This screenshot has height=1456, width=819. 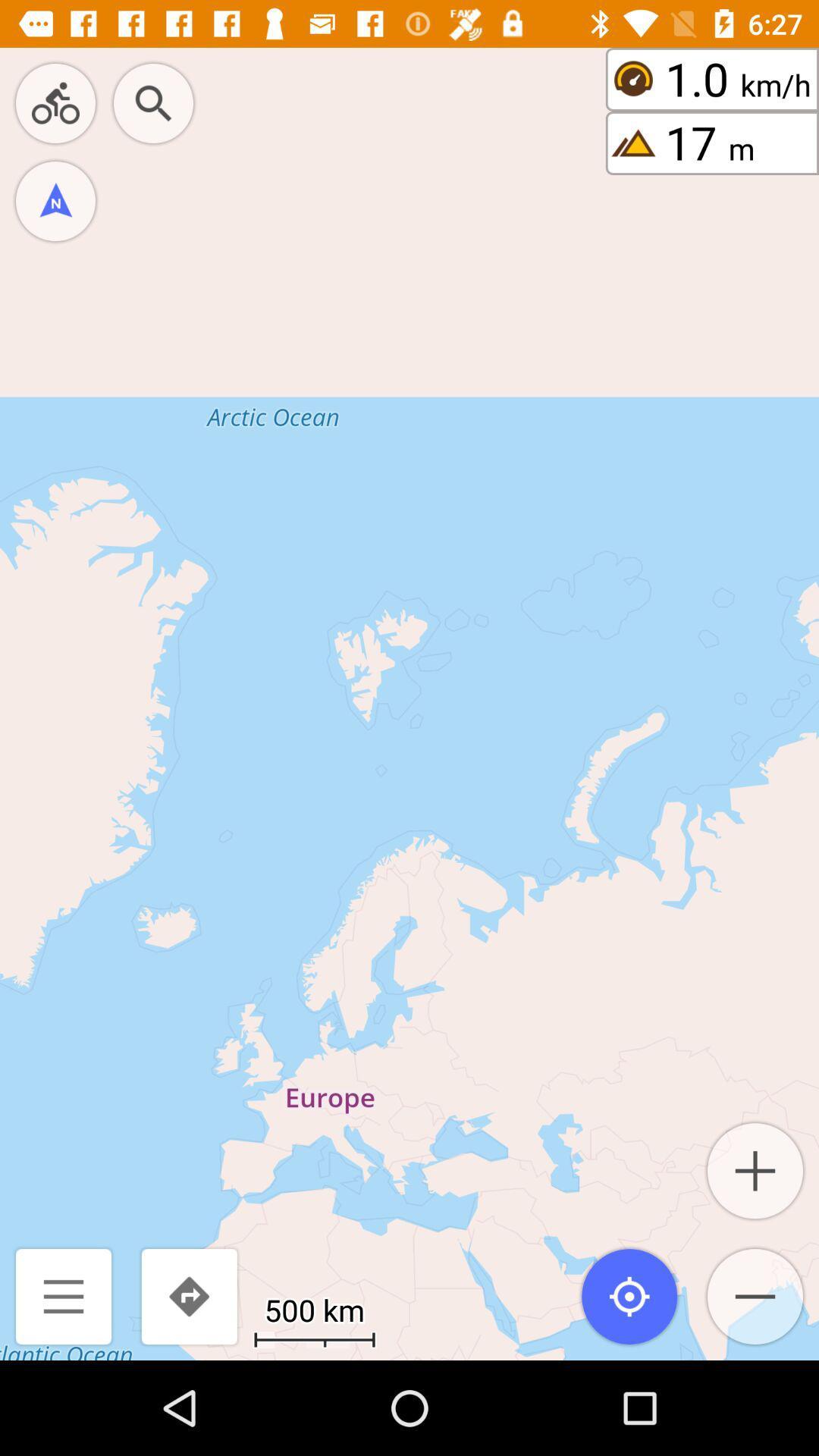 What do you see at coordinates (63, 1295) in the screenshot?
I see `the menu icon` at bounding box center [63, 1295].